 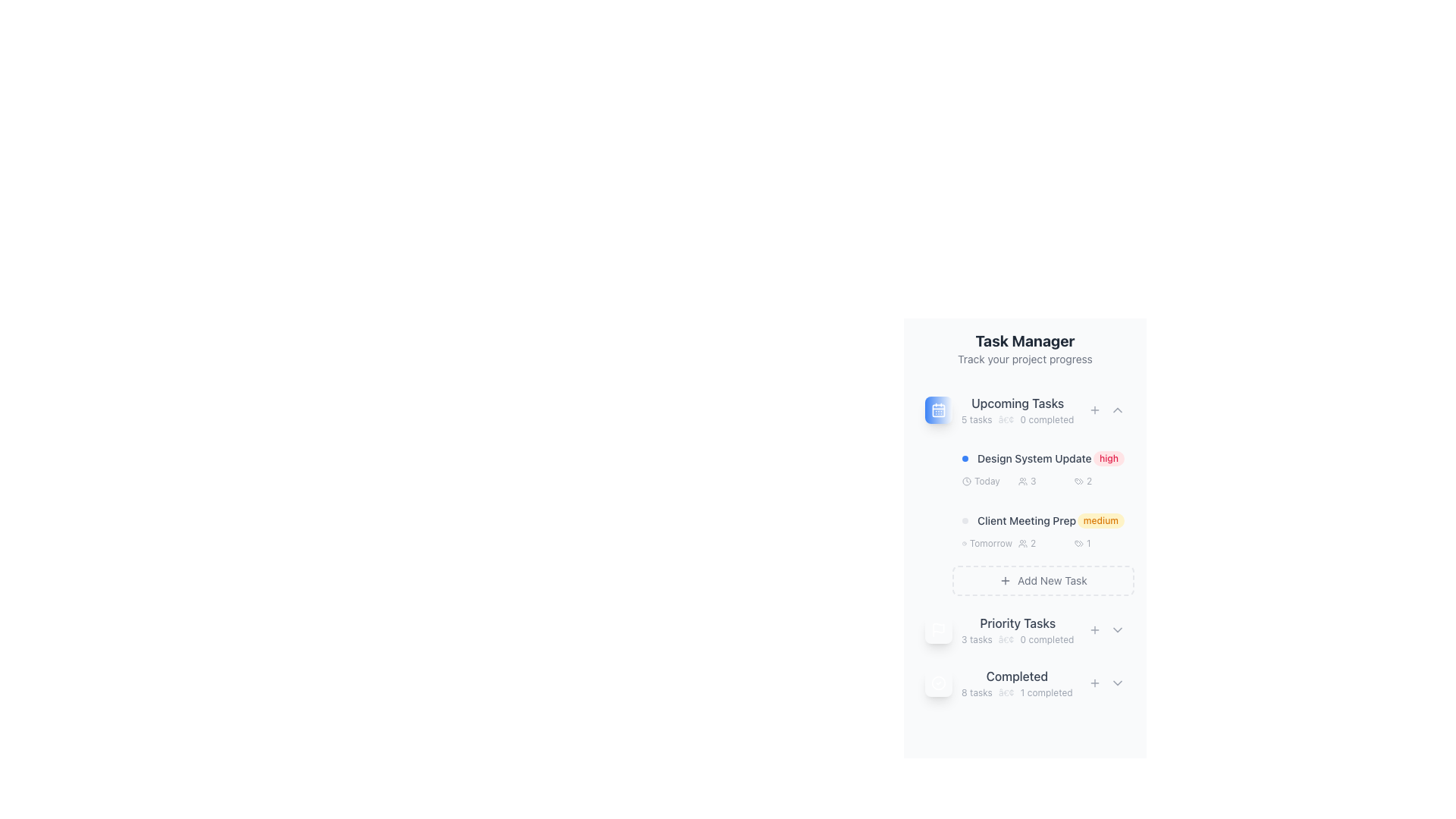 What do you see at coordinates (1025, 341) in the screenshot?
I see `the static text label 'Task Manager' which is prominently displayed in bold, extra-large dark gray font at the top of the sidebar section` at bounding box center [1025, 341].